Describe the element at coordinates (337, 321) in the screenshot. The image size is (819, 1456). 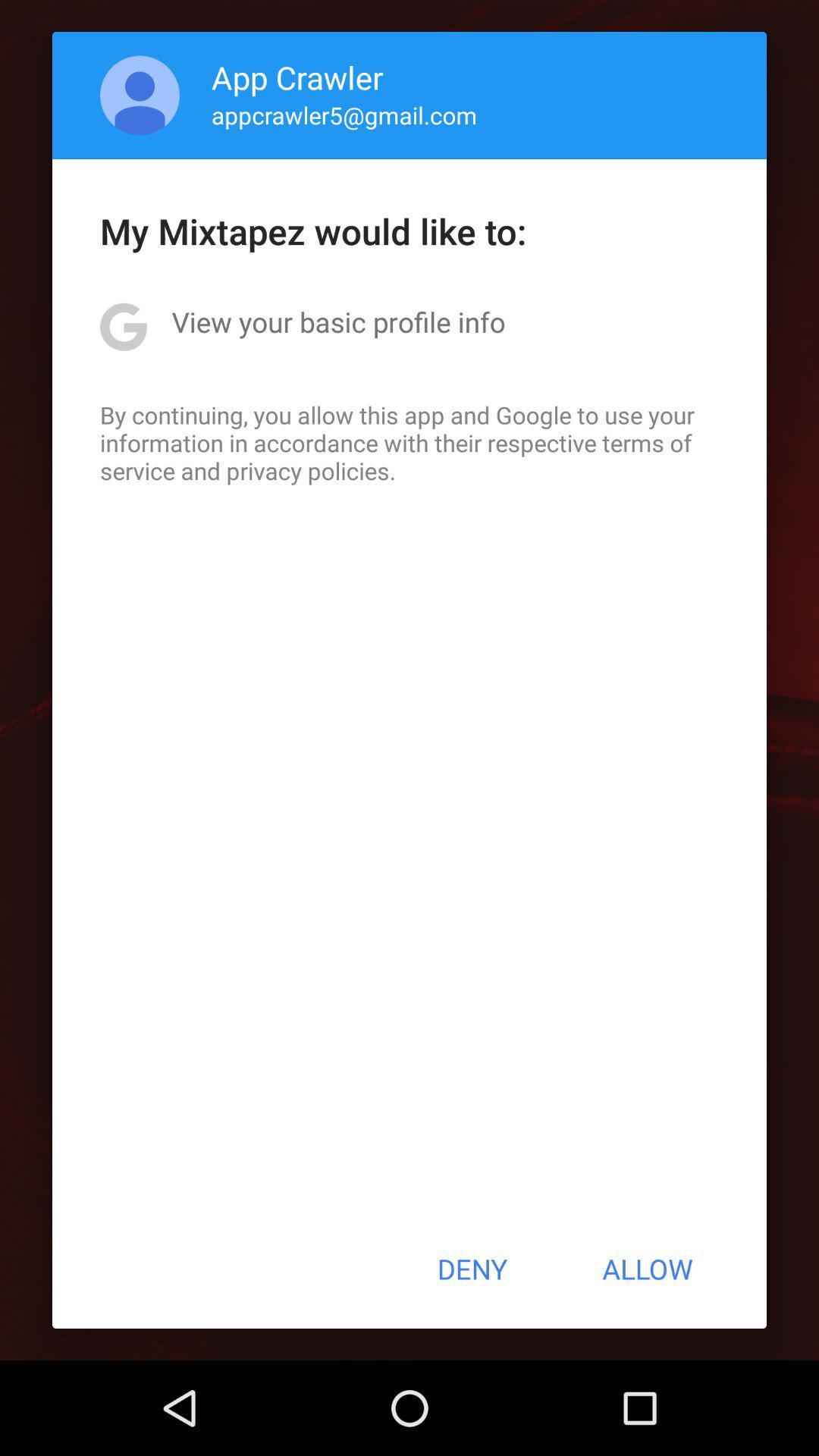
I see `item below my mixtapez would app` at that location.